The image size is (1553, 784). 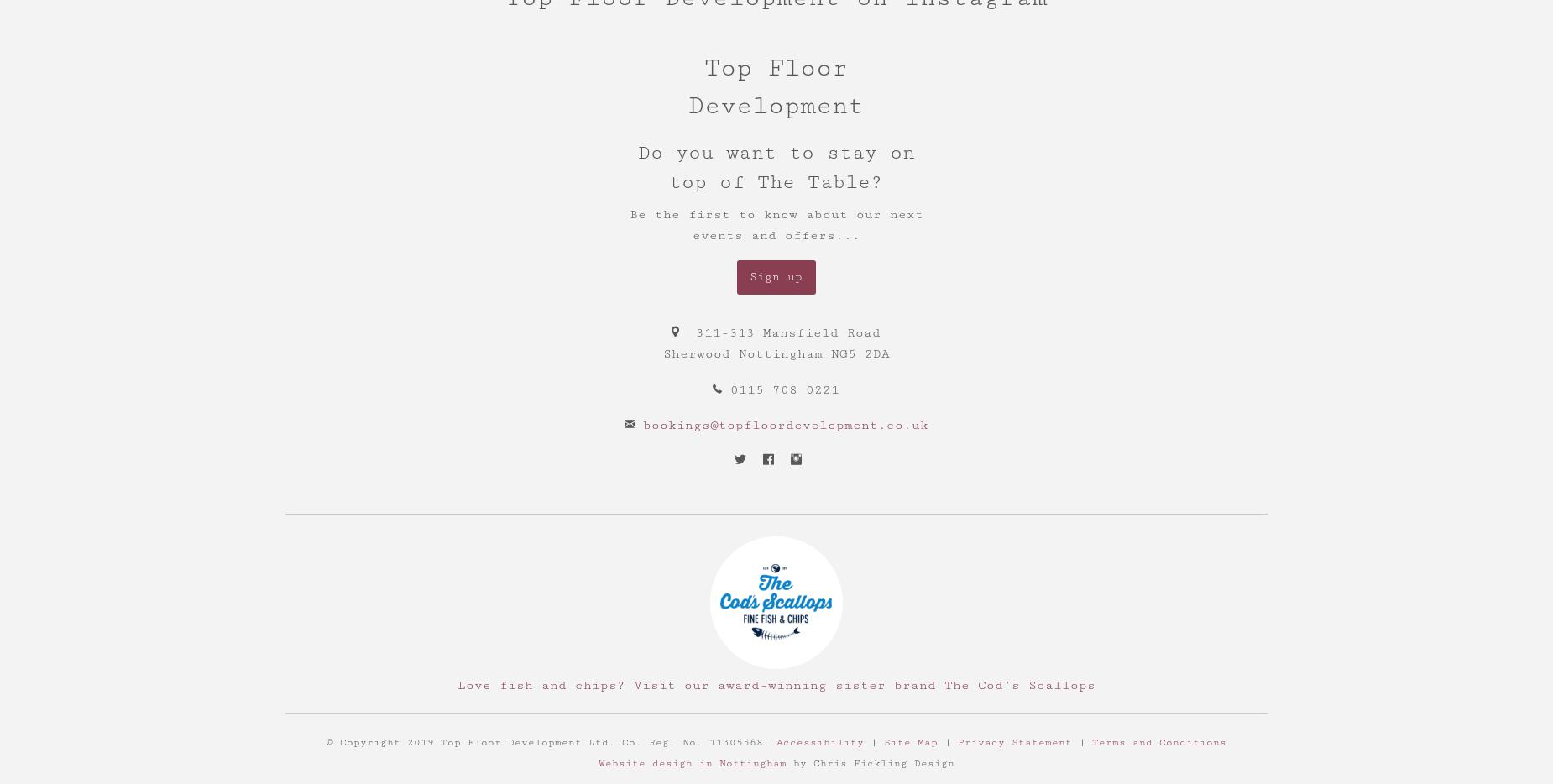 I want to click on 'Be the first to know about our next events and offers...', so click(x=776, y=224).